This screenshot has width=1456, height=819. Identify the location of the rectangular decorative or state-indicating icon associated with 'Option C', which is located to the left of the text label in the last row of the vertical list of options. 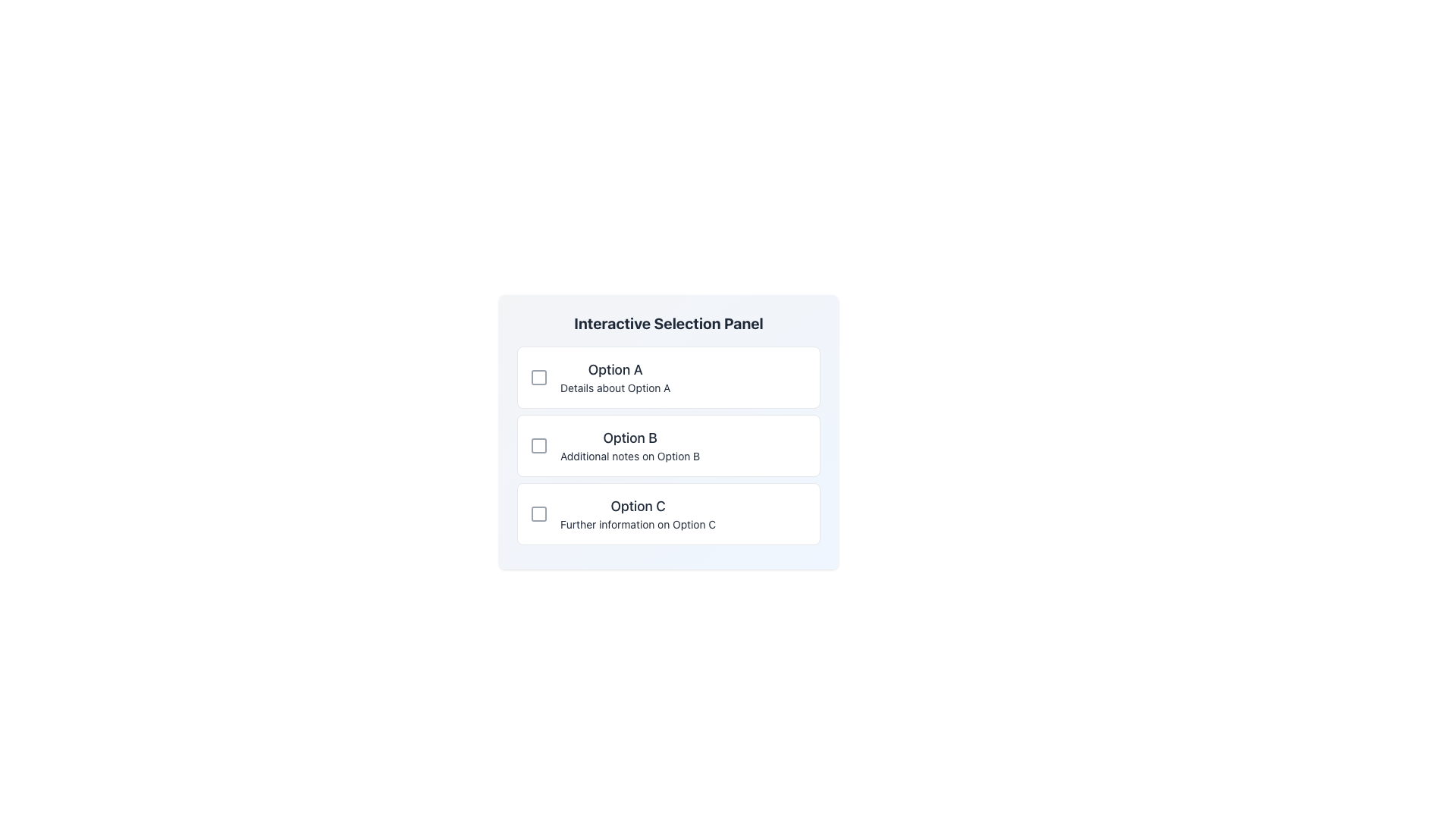
(538, 513).